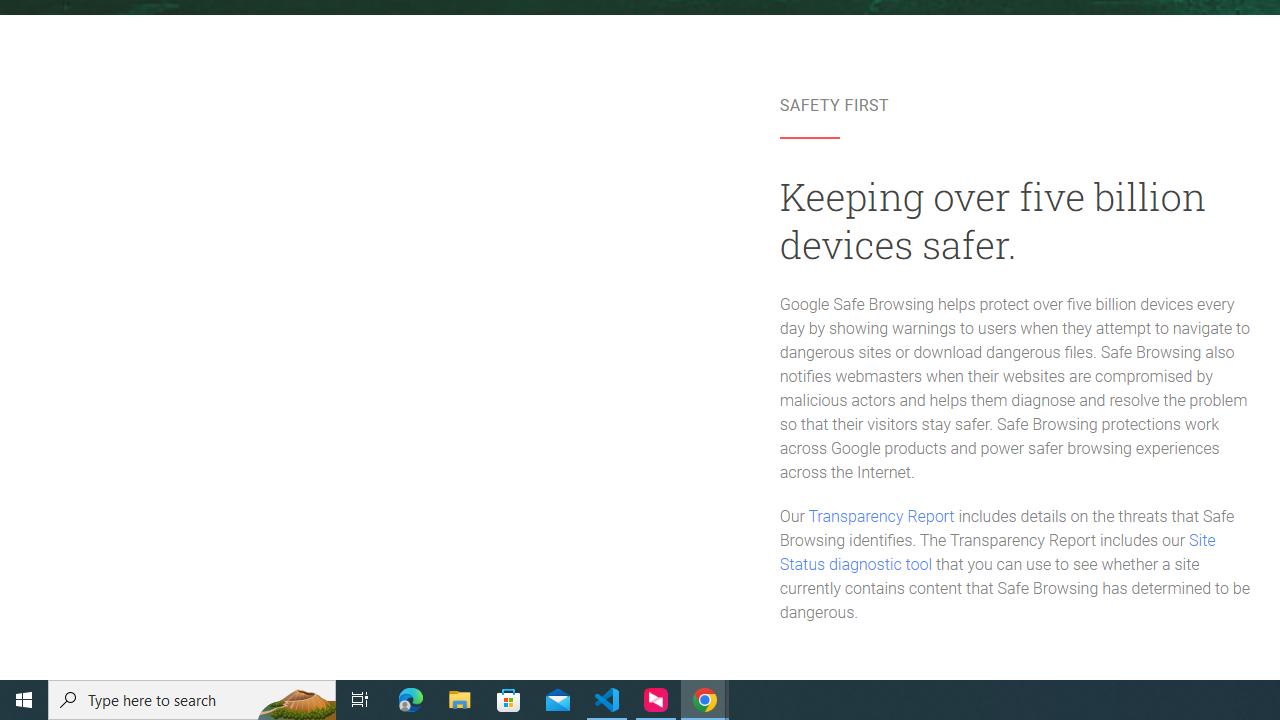 The height and width of the screenshot is (720, 1280). What do you see at coordinates (880, 515) in the screenshot?
I see `'Transparency Report'` at bounding box center [880, 515].